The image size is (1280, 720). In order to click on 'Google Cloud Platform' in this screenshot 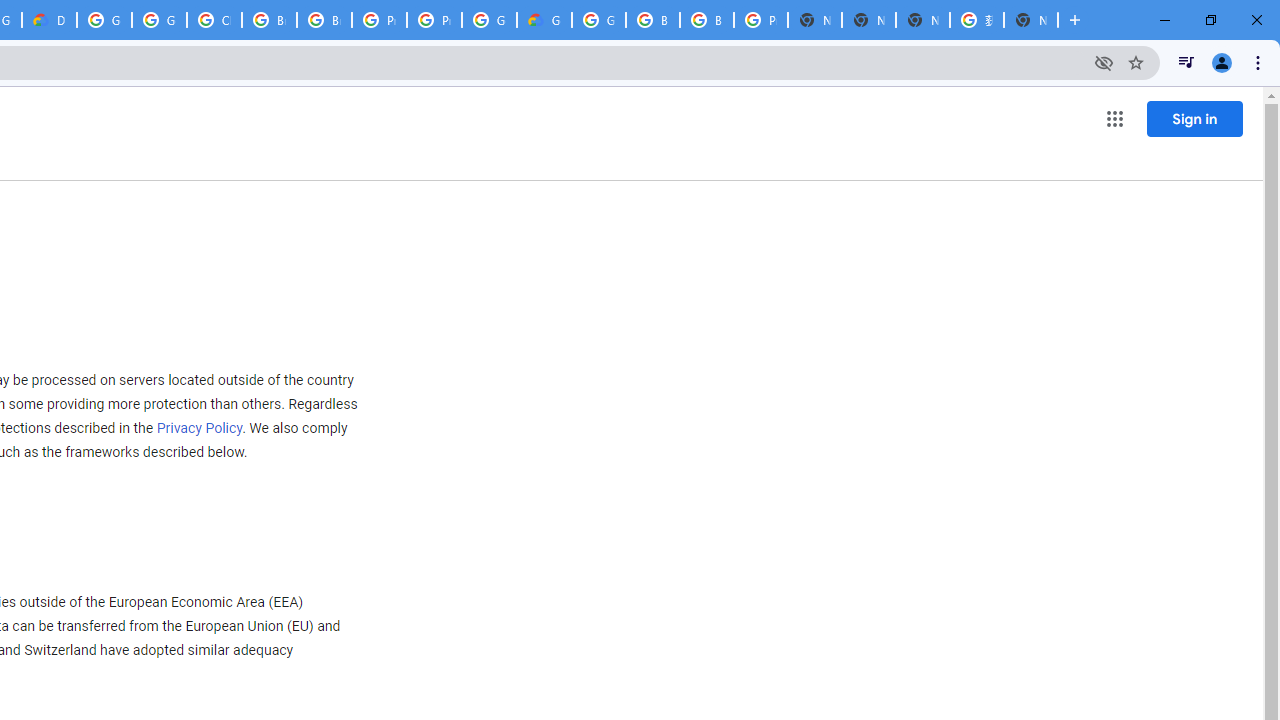, I will do `click(598, 20)`.